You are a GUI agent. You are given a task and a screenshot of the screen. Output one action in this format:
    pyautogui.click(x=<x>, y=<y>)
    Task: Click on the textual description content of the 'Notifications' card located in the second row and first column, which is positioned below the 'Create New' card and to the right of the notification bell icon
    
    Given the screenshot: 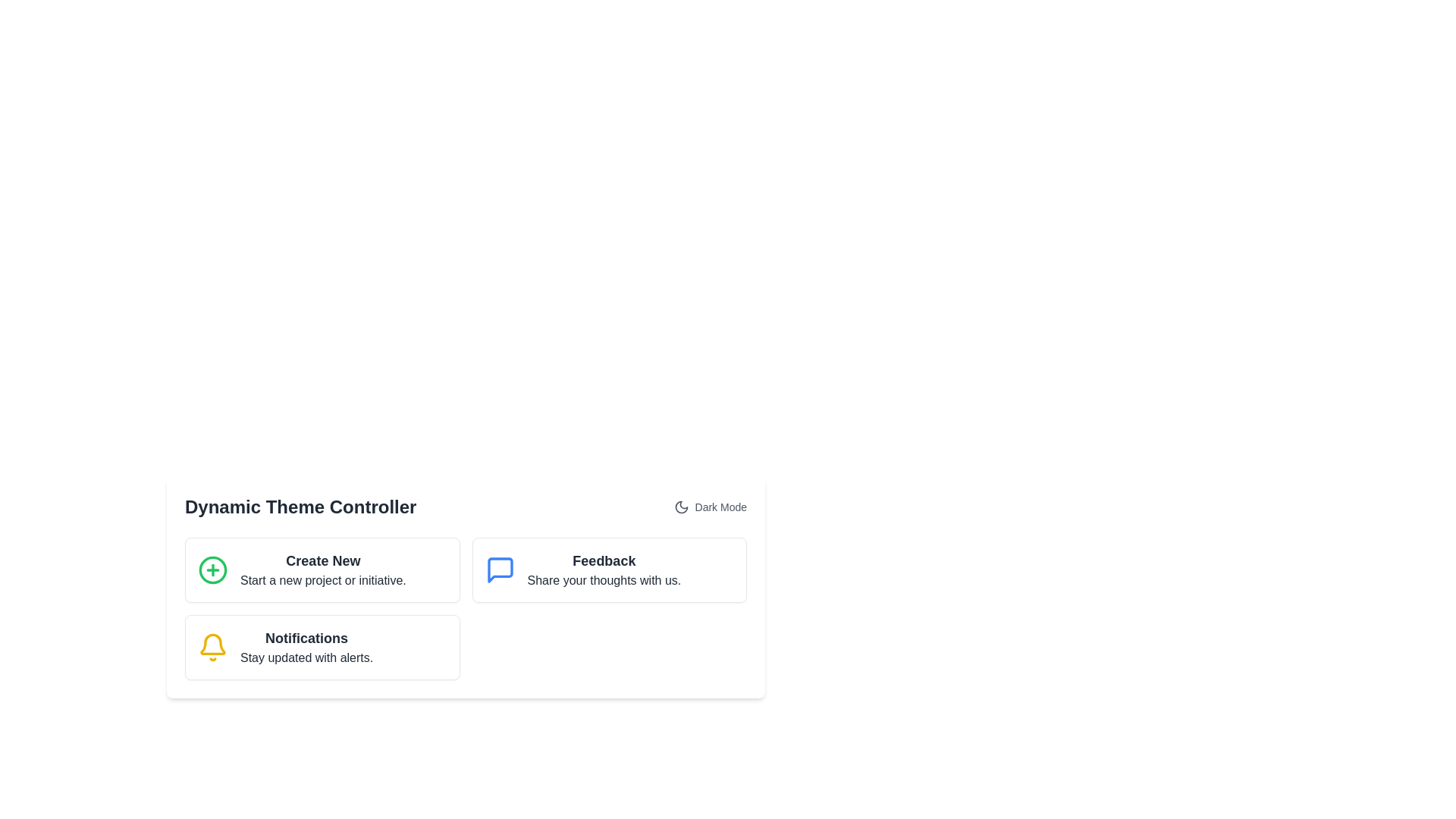 What is the action you would take?
    pyautogui.click(x=306, y=647)
    